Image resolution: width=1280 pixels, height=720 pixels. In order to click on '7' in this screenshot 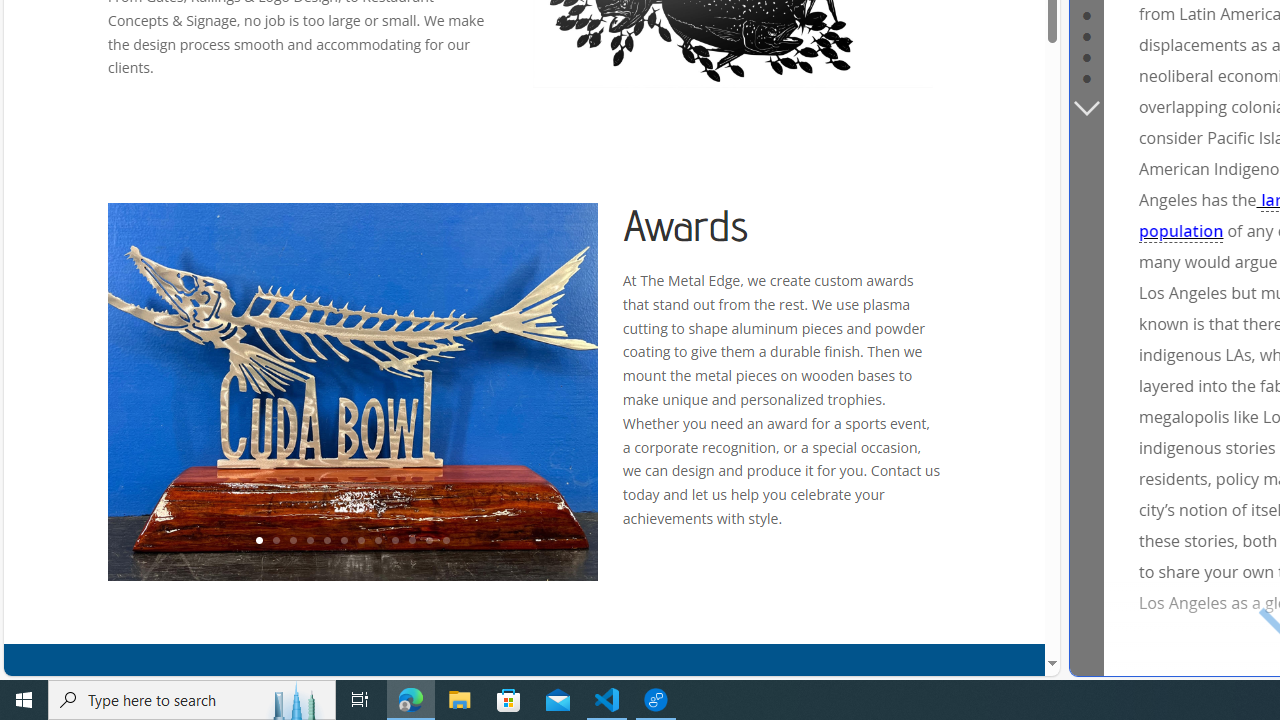, I will do `click(360, 541)`.